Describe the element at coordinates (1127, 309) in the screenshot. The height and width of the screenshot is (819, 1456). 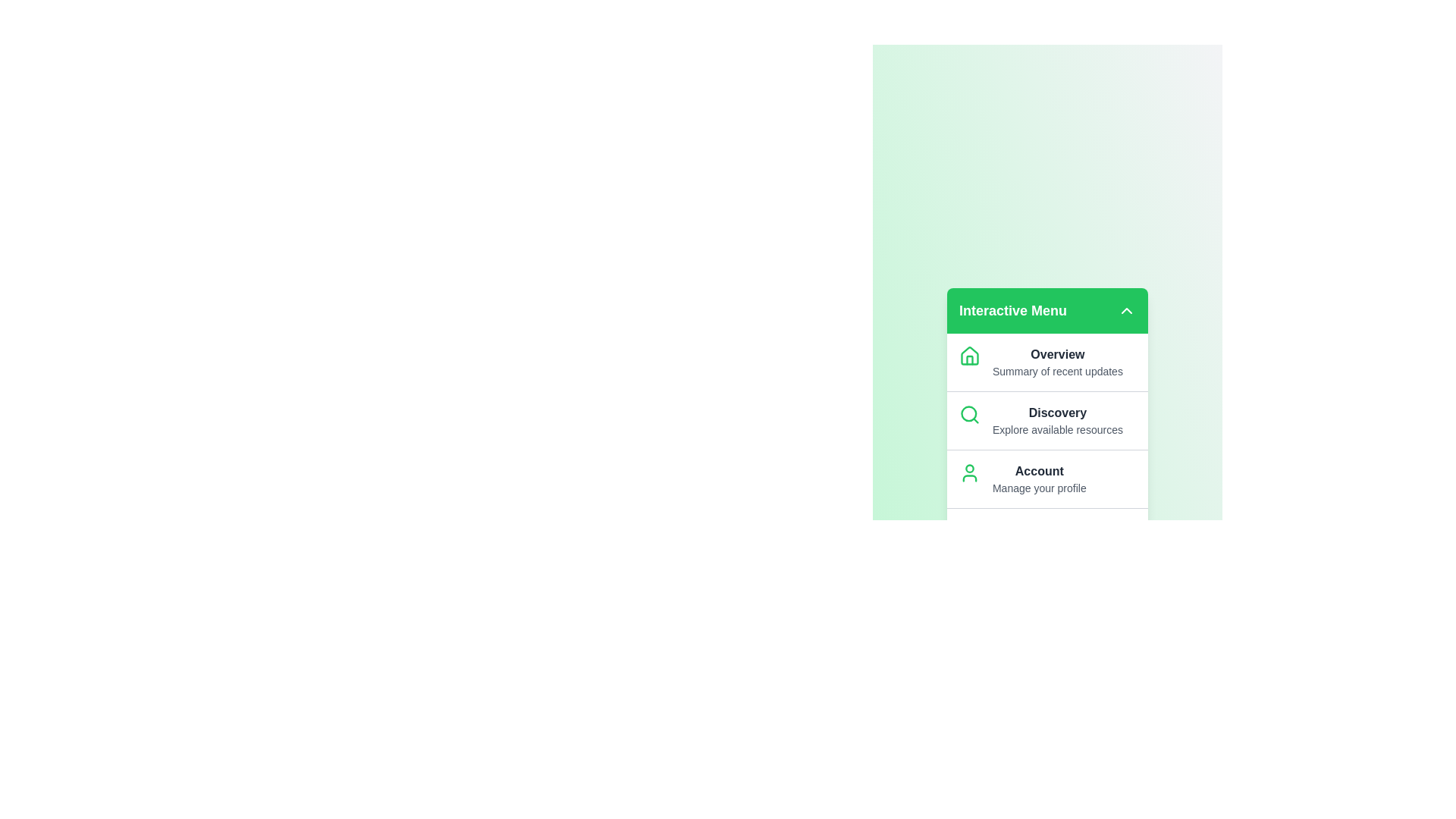
I see `the toggle button to expand or collapse the menu` at that location.